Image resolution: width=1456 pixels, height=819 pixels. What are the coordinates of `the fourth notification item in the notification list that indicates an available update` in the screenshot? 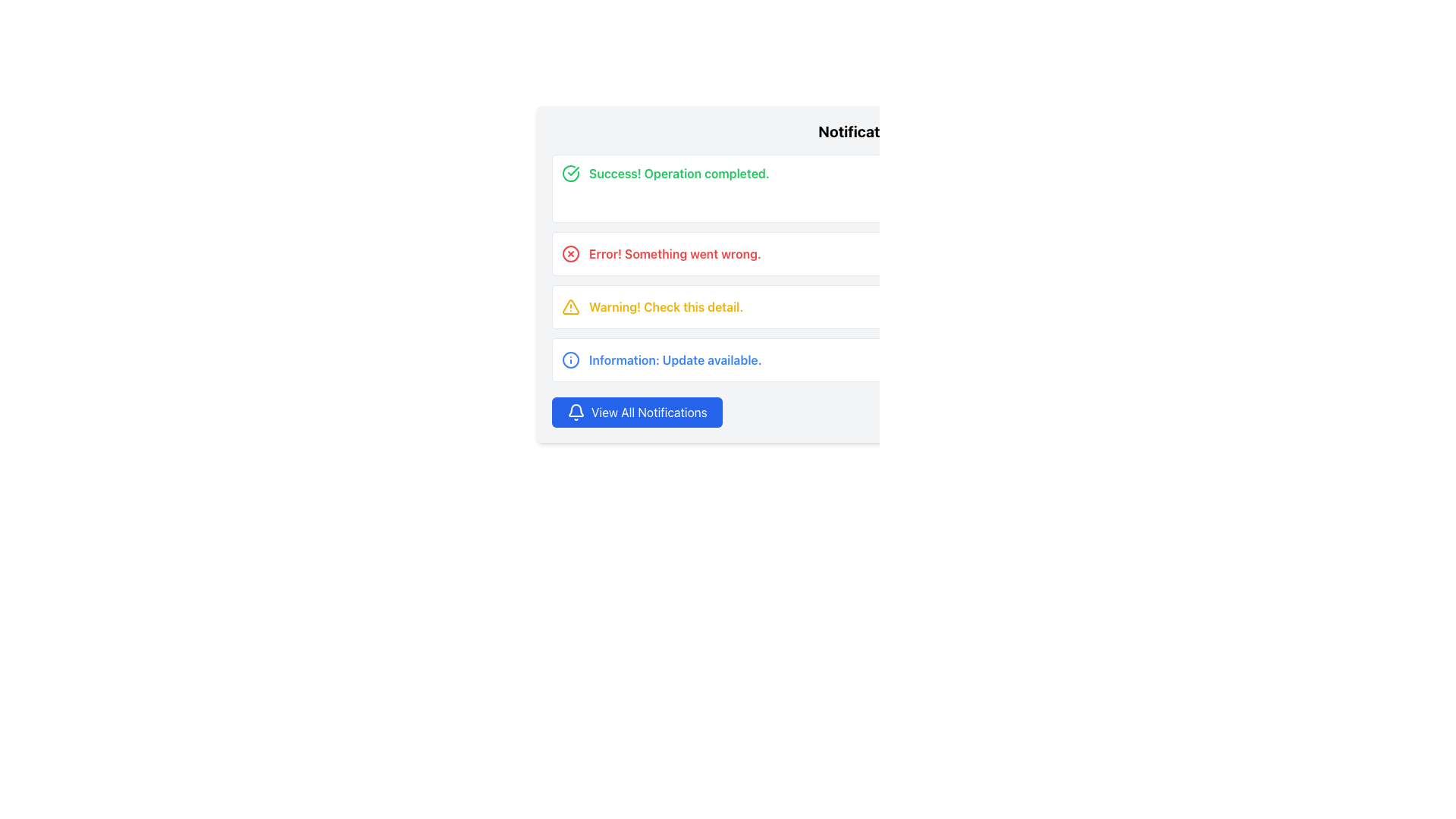 It's located at (901, 359).